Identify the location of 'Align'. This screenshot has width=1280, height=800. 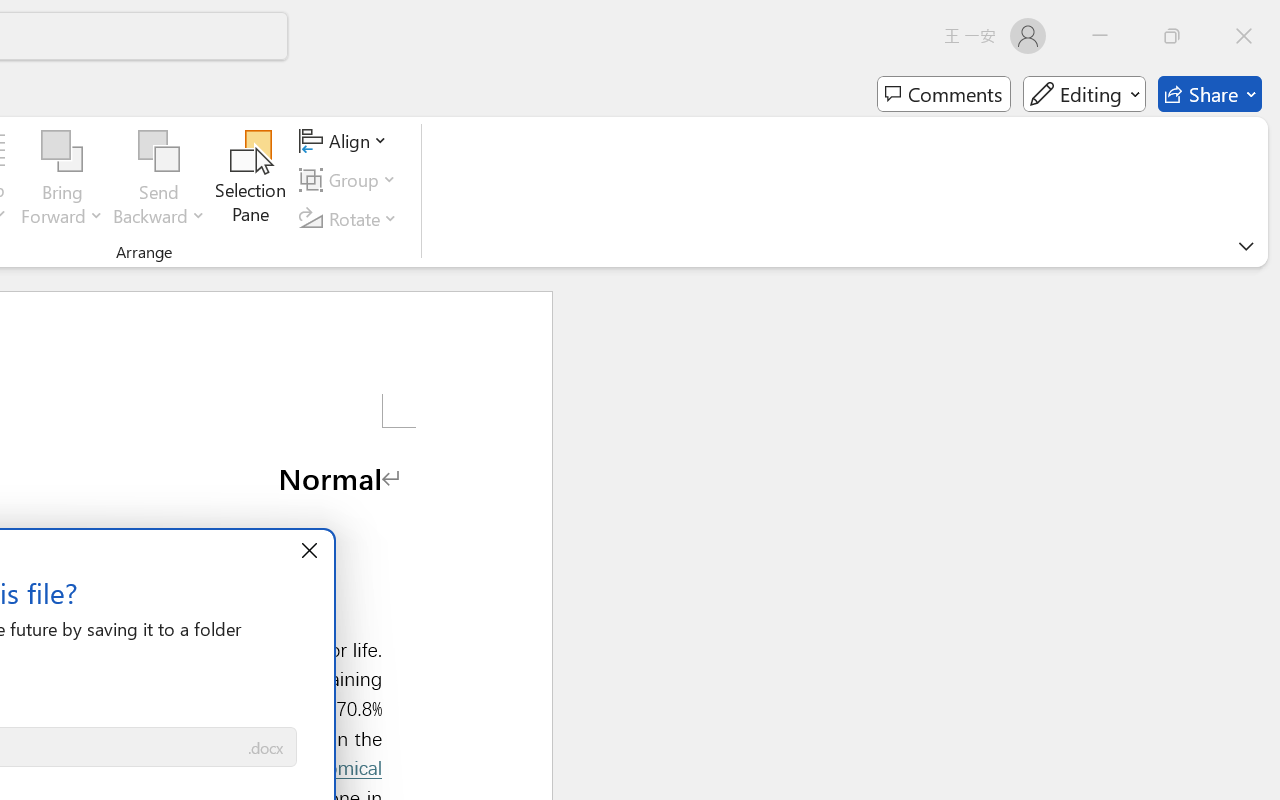
(346, 141).